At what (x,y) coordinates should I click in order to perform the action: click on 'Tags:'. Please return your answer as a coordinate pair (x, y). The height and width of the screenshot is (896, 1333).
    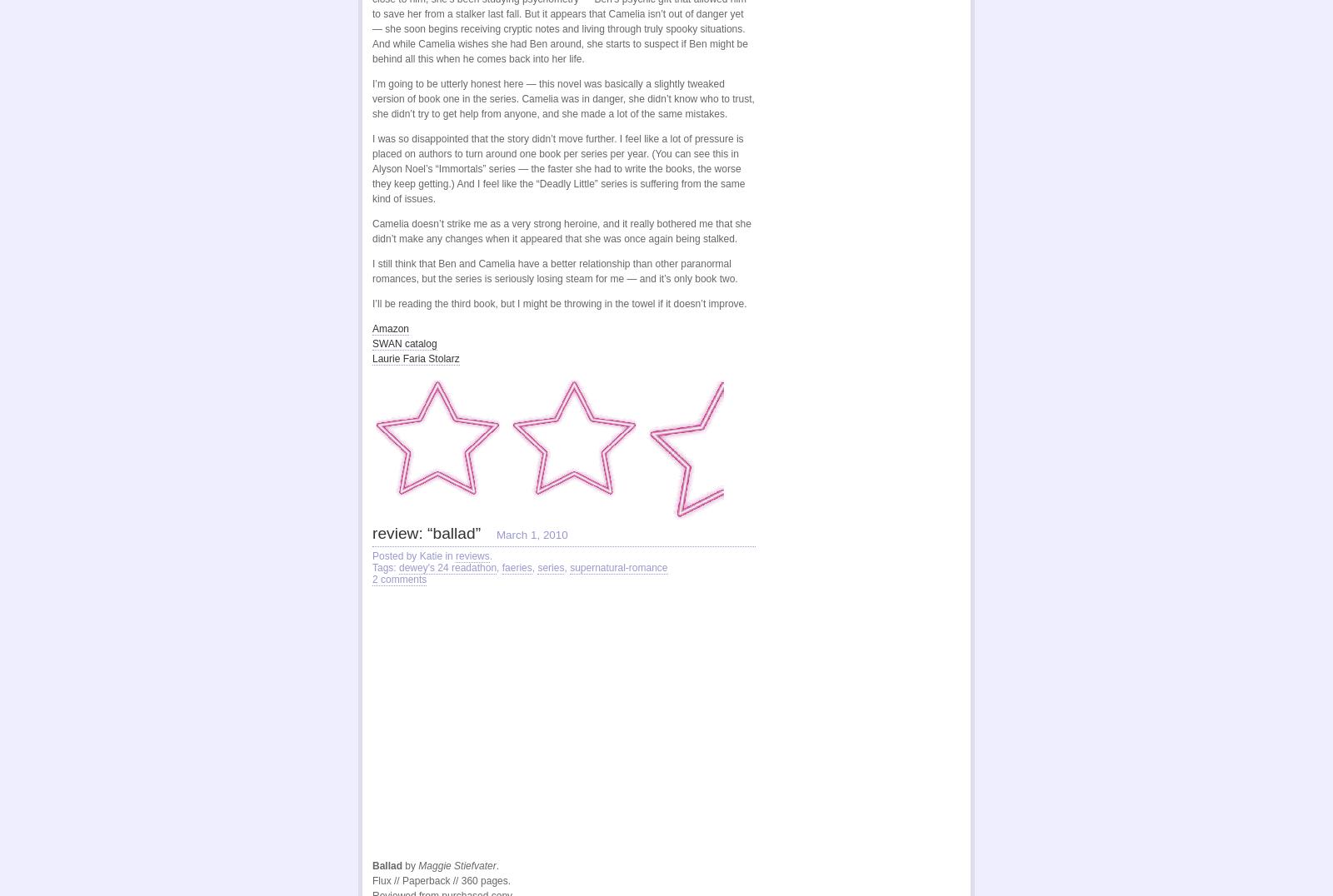
    Looking at the image, I should click on (385, 567).